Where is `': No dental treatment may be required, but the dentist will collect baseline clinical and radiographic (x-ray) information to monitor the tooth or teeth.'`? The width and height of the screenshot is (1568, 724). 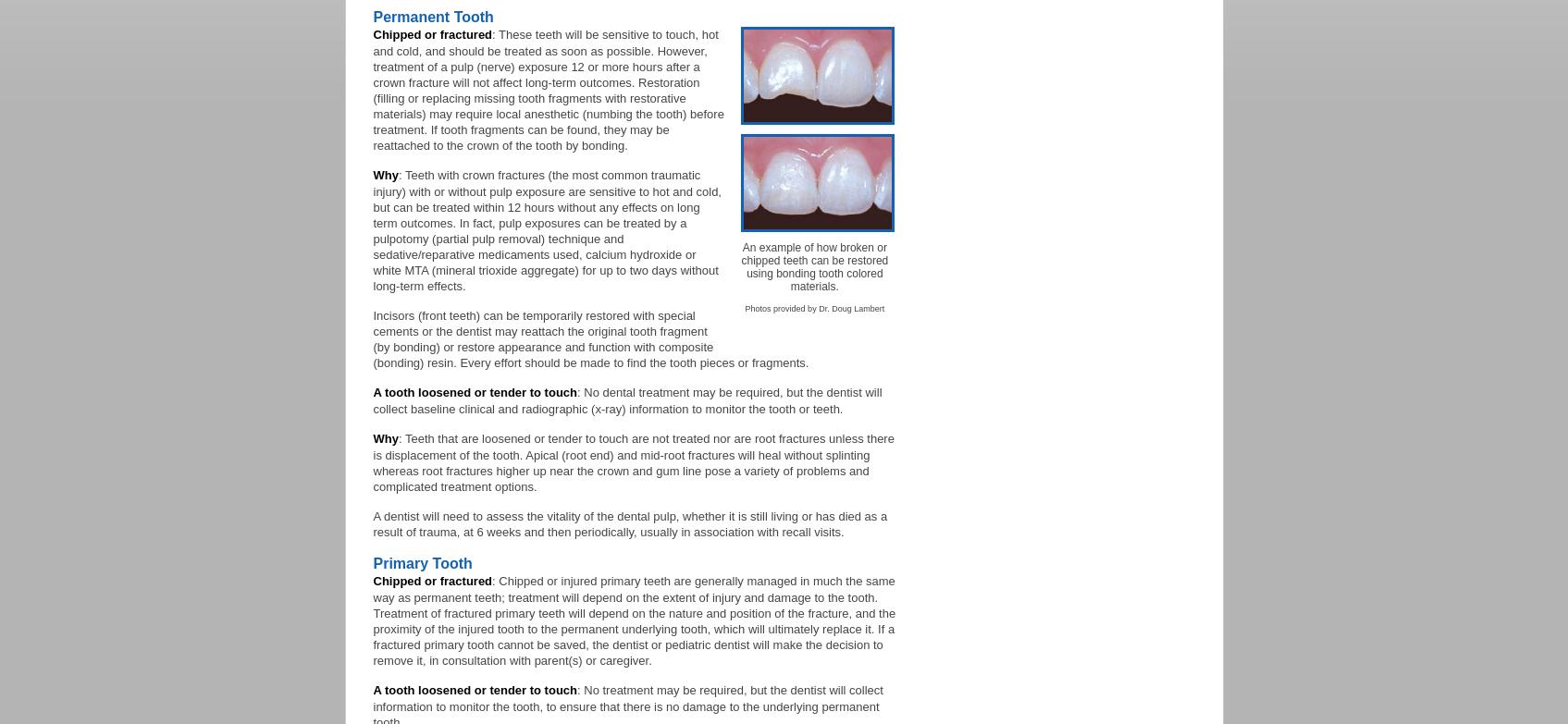 ': No dental treatment may be required, but the dentist will collect baseline clinical and radiographic (x-ray) information to monitor the tooth or teeth.' is located at coordinates (373, 399).